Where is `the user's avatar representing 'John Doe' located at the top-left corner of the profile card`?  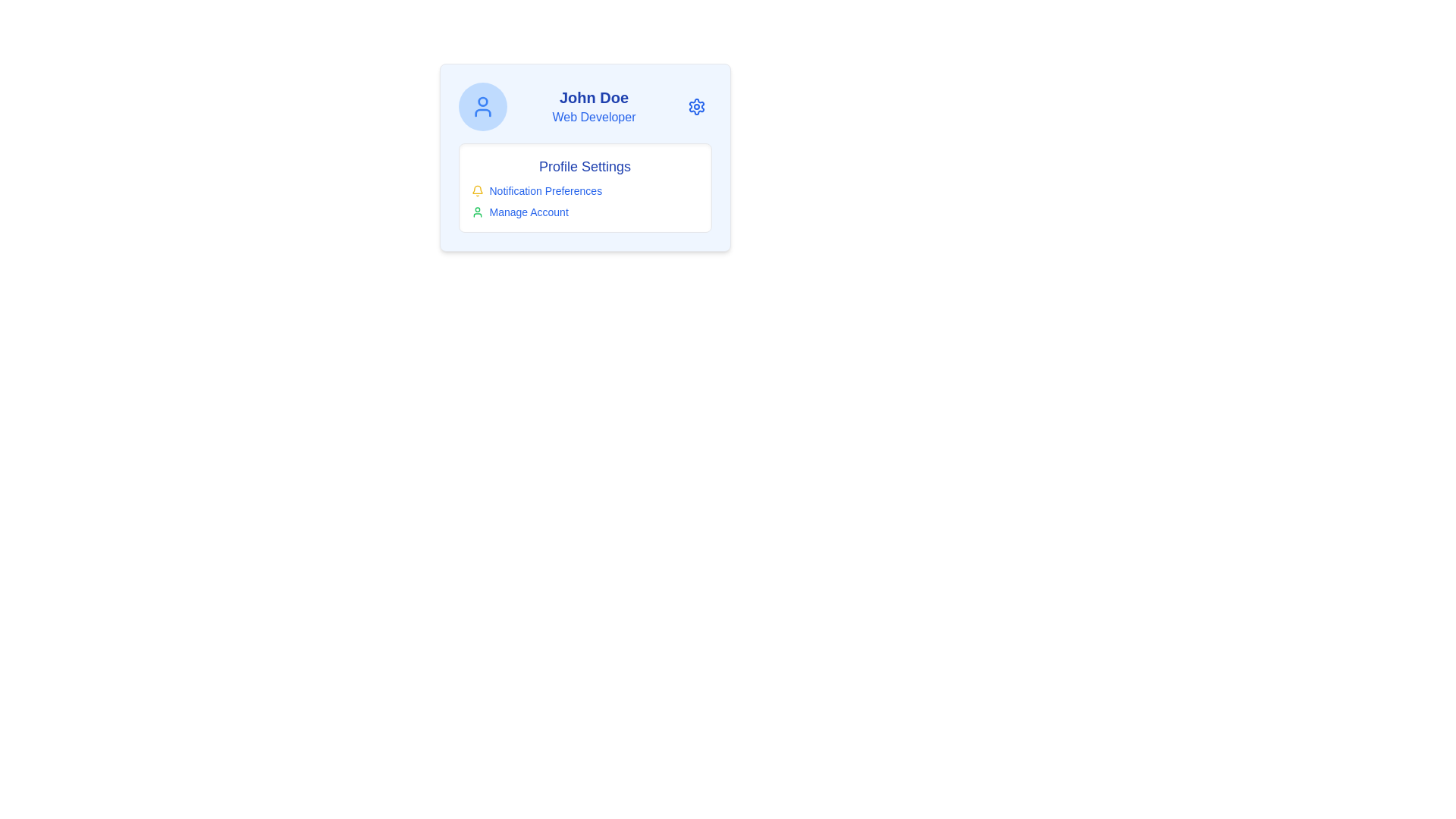
the user's avatar representing 'John Doe' located at the top-left corner of the profile card is located at coordinates (482, 106).